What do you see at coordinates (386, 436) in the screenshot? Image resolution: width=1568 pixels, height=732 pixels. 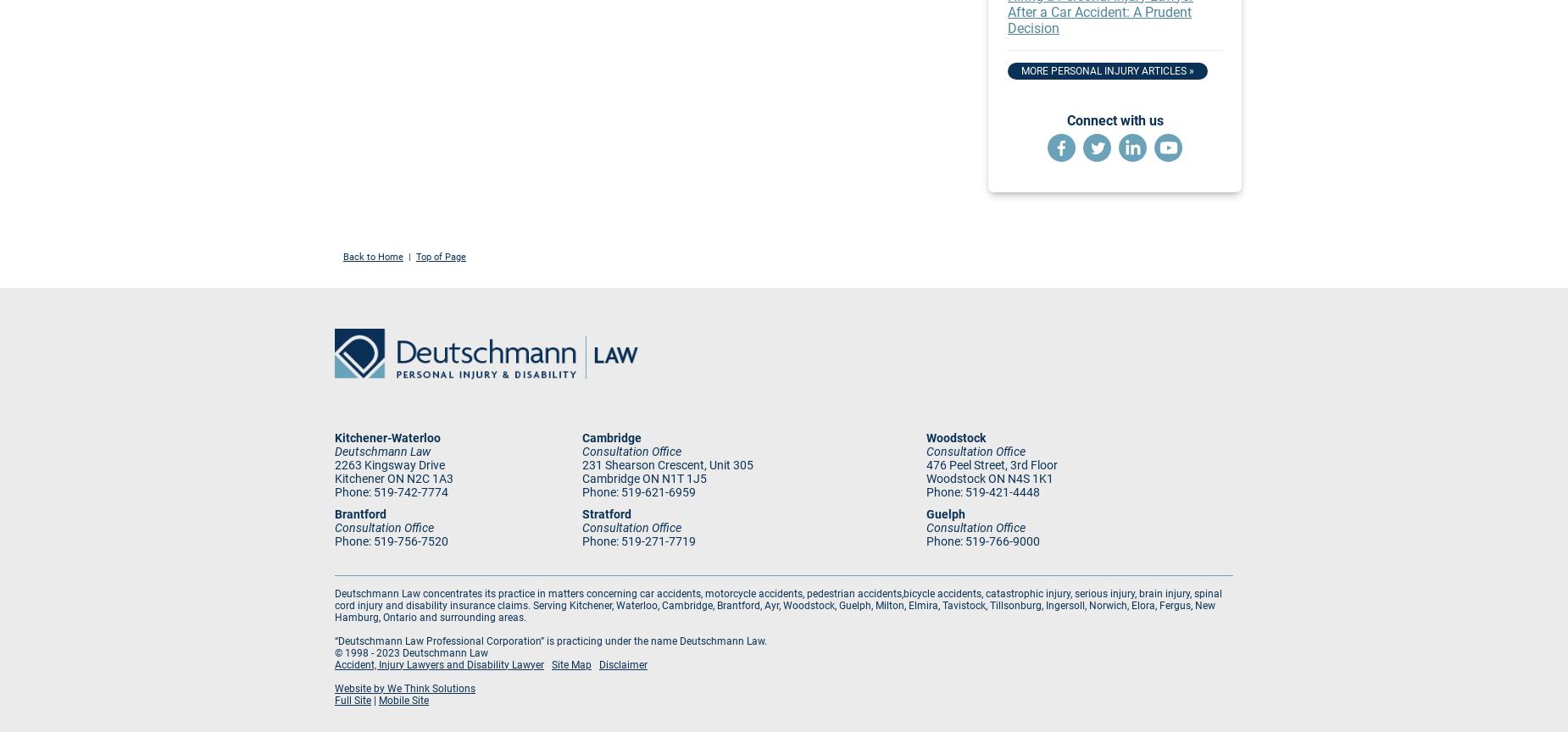 I see `'Kitchener-Waterloo'` at bounding box center [386, 436].